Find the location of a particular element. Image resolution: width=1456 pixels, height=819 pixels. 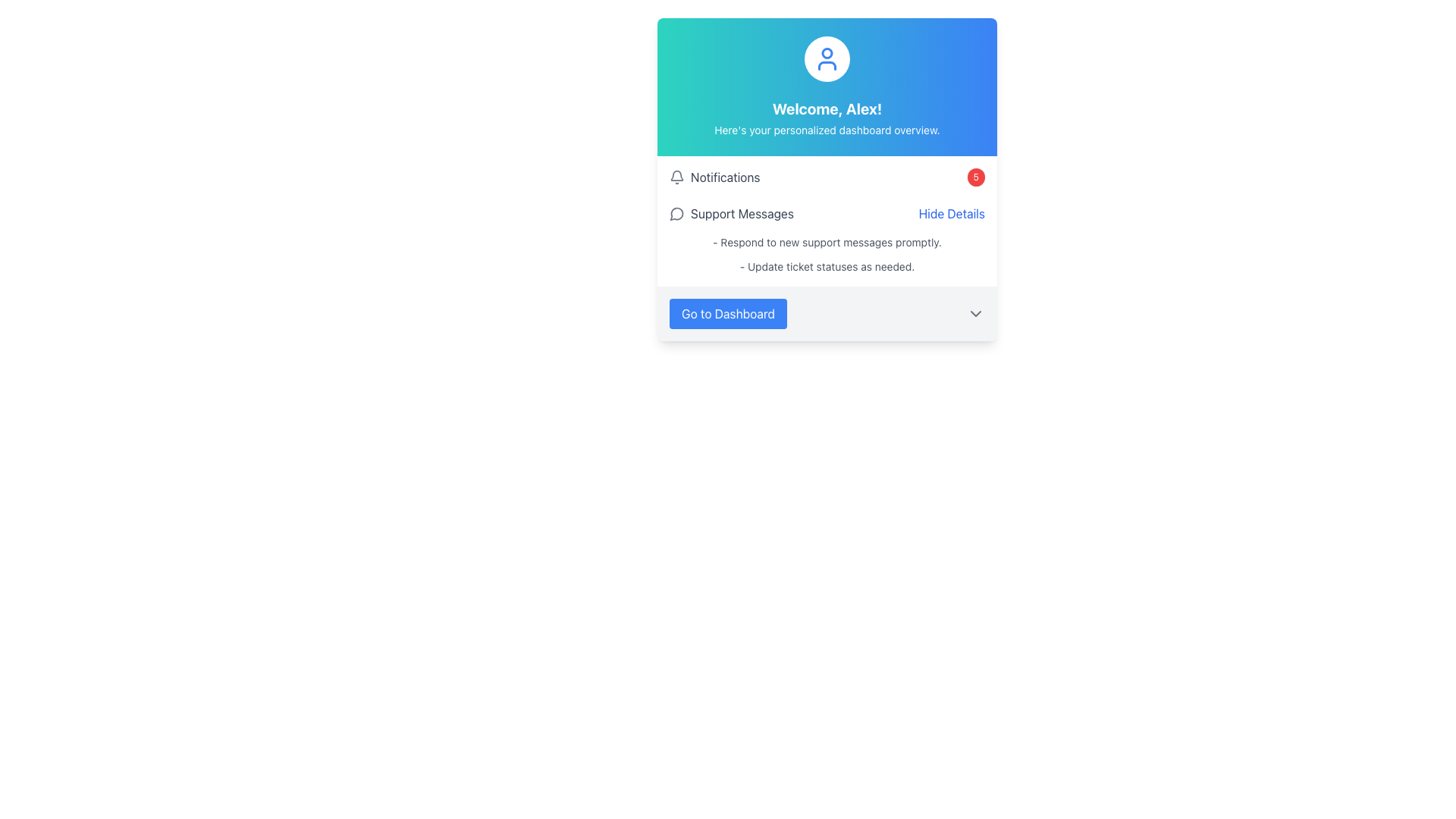

the 'Support Messages' label with icon, which is the first element in the horizontal layout box located below the 'Notifications' heading is located at coordinates (731, 213).